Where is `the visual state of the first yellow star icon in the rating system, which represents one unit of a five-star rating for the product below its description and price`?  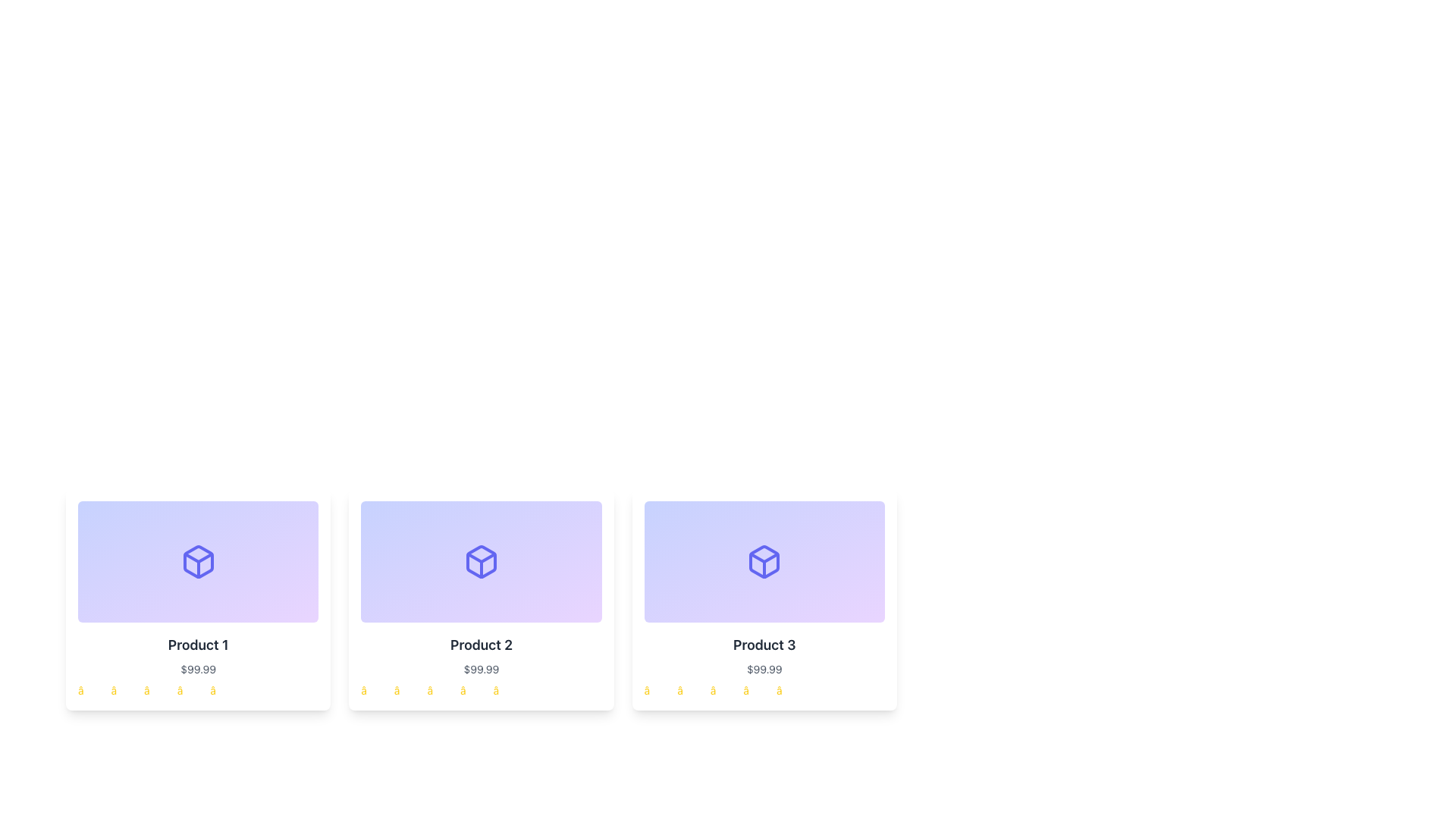 the visual state of the first yellow star icon in the rating system, which represents one unit of a five-star rating for the product below its description and price is located at coordinates (90, 690).